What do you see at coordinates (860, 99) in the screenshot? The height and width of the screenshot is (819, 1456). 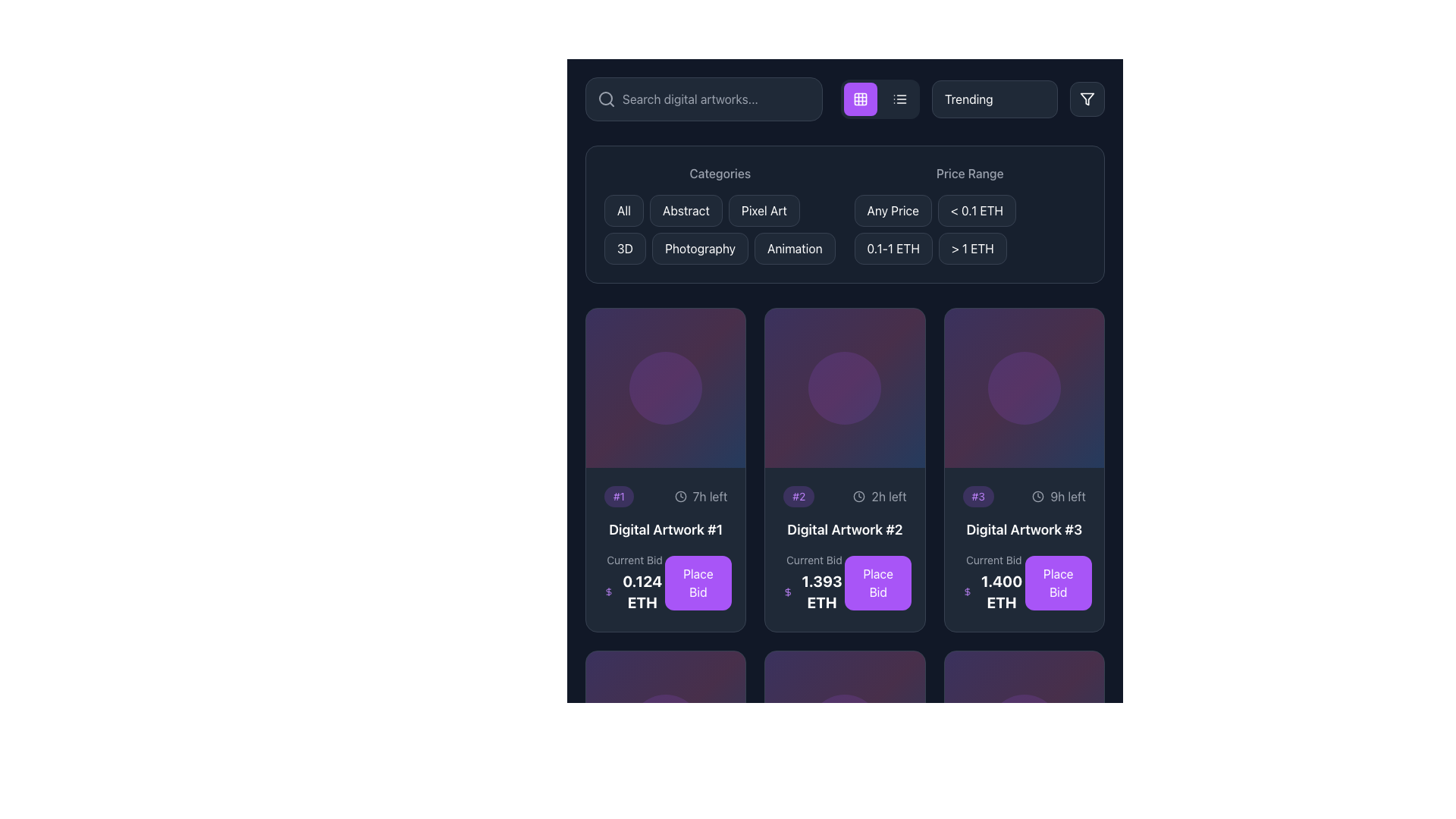 I see `the middle square of the 3x3 grid layout button, which is visually styled as a solid block with rounded corners, located at the top center of the interface` at bounding box center [860, 99].